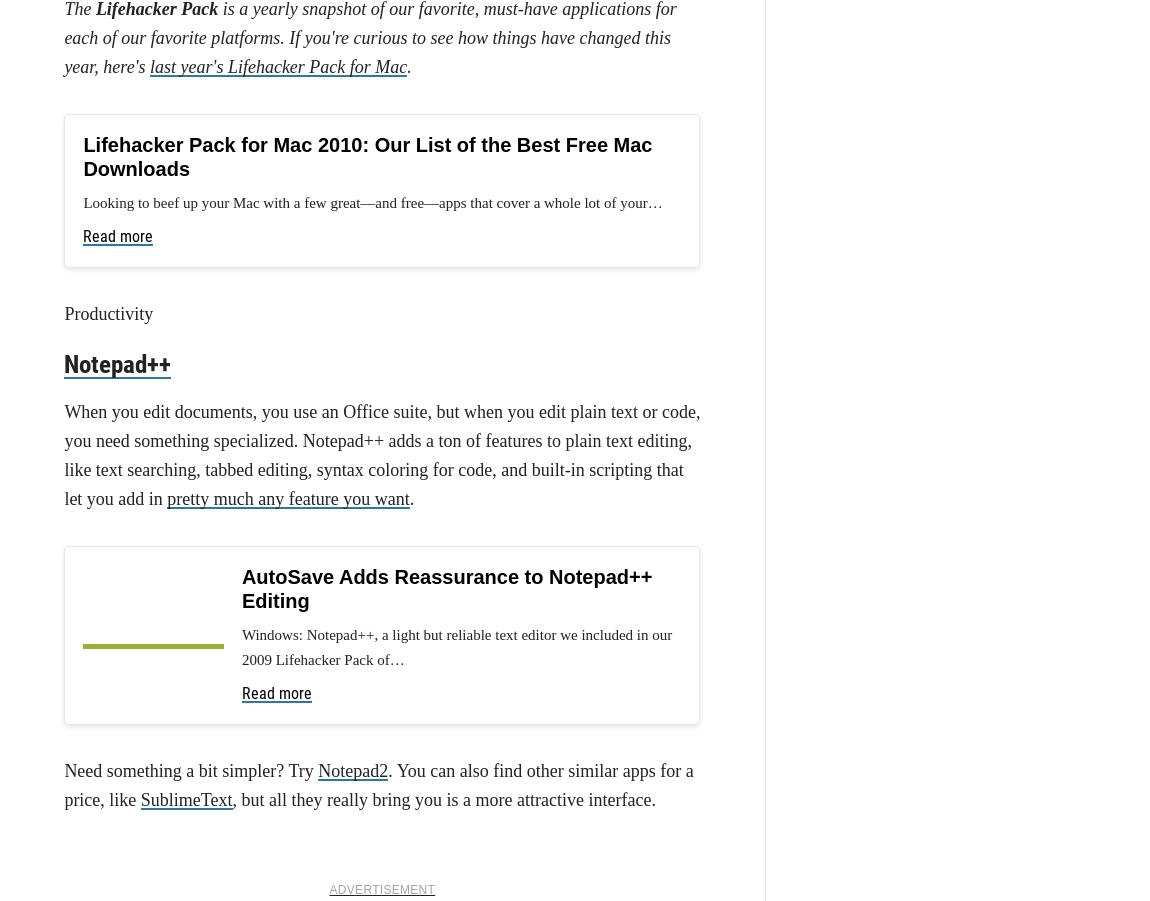  I want to click on 'Postbox', so click(355, 444).